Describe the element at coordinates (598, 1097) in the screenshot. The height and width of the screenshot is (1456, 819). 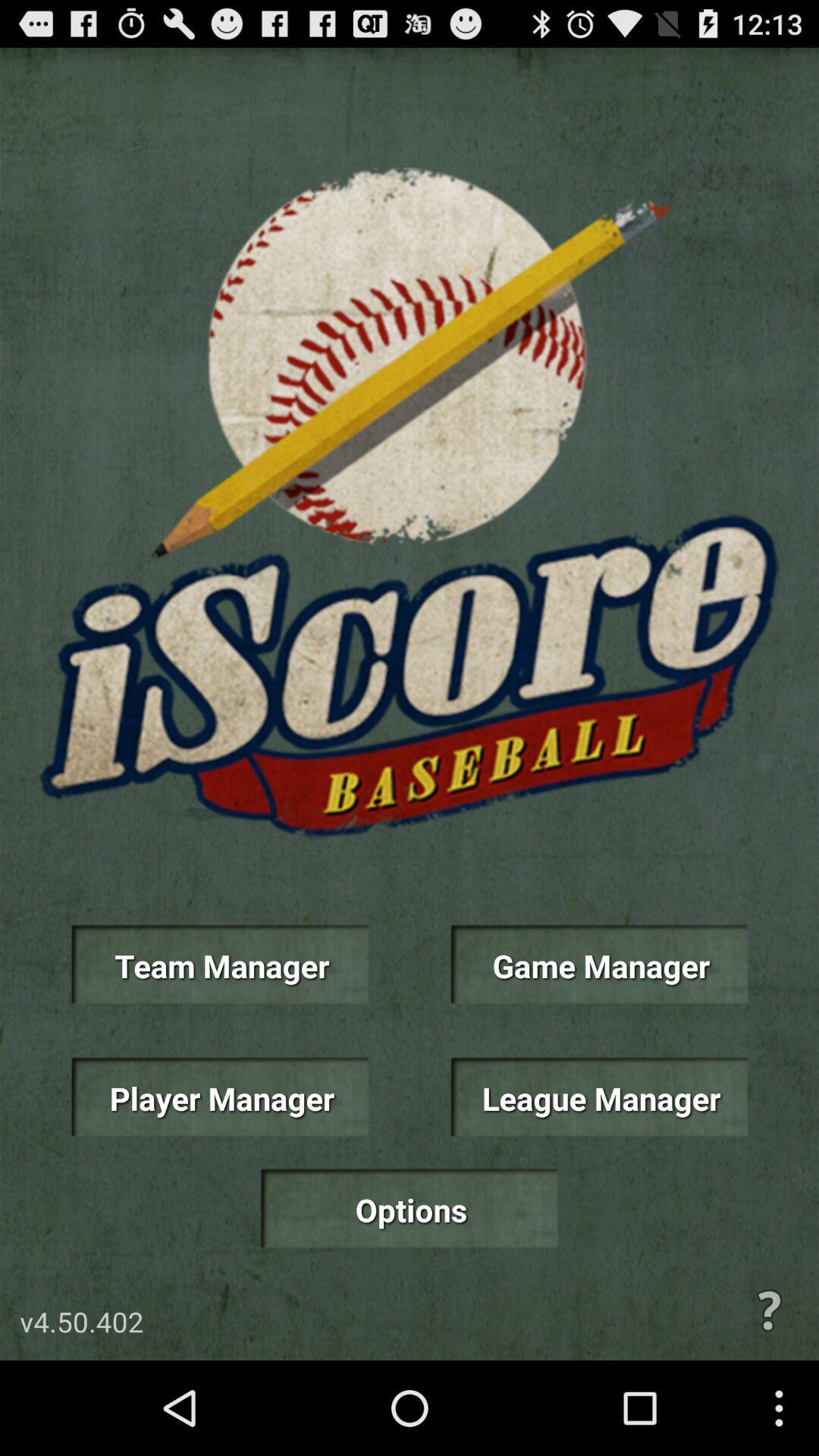
I see `the item below game manager item` at that location.